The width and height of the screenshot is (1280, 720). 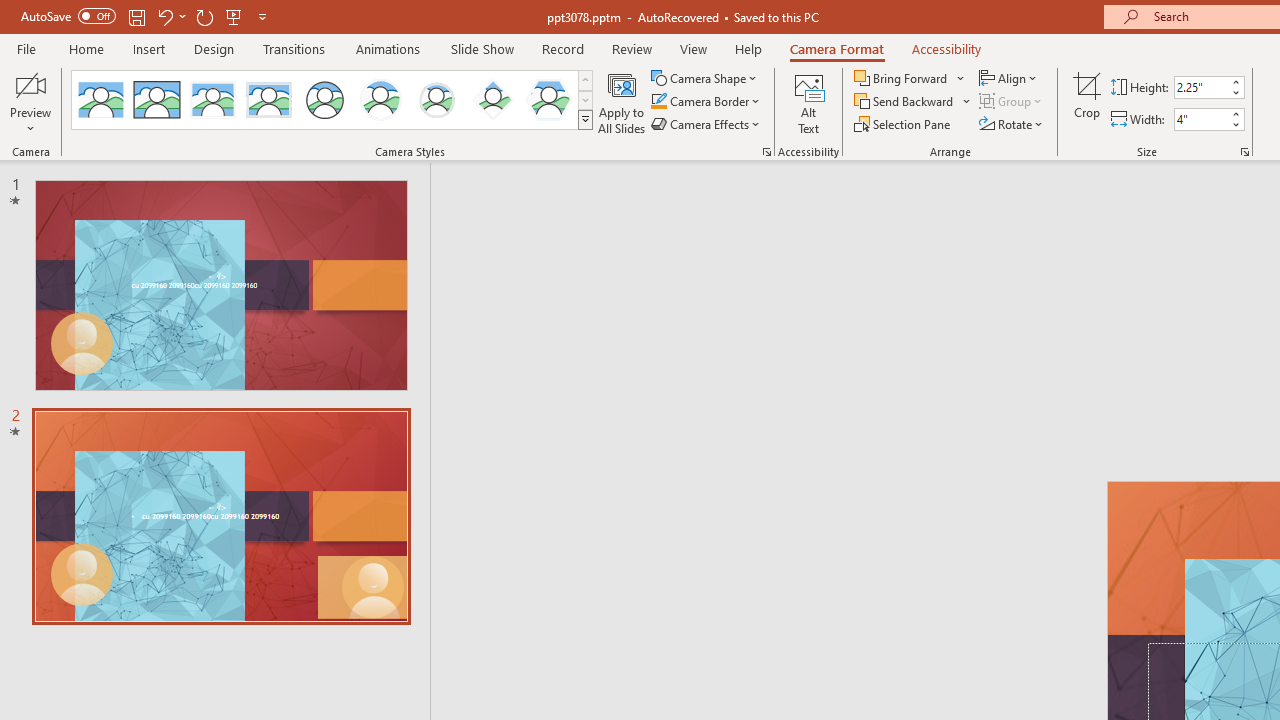 What do you see at coordinates (658, 101) in the screenshot?
I see `'Camera Border Green, Accent 1'` at bounding box center [658, 101].